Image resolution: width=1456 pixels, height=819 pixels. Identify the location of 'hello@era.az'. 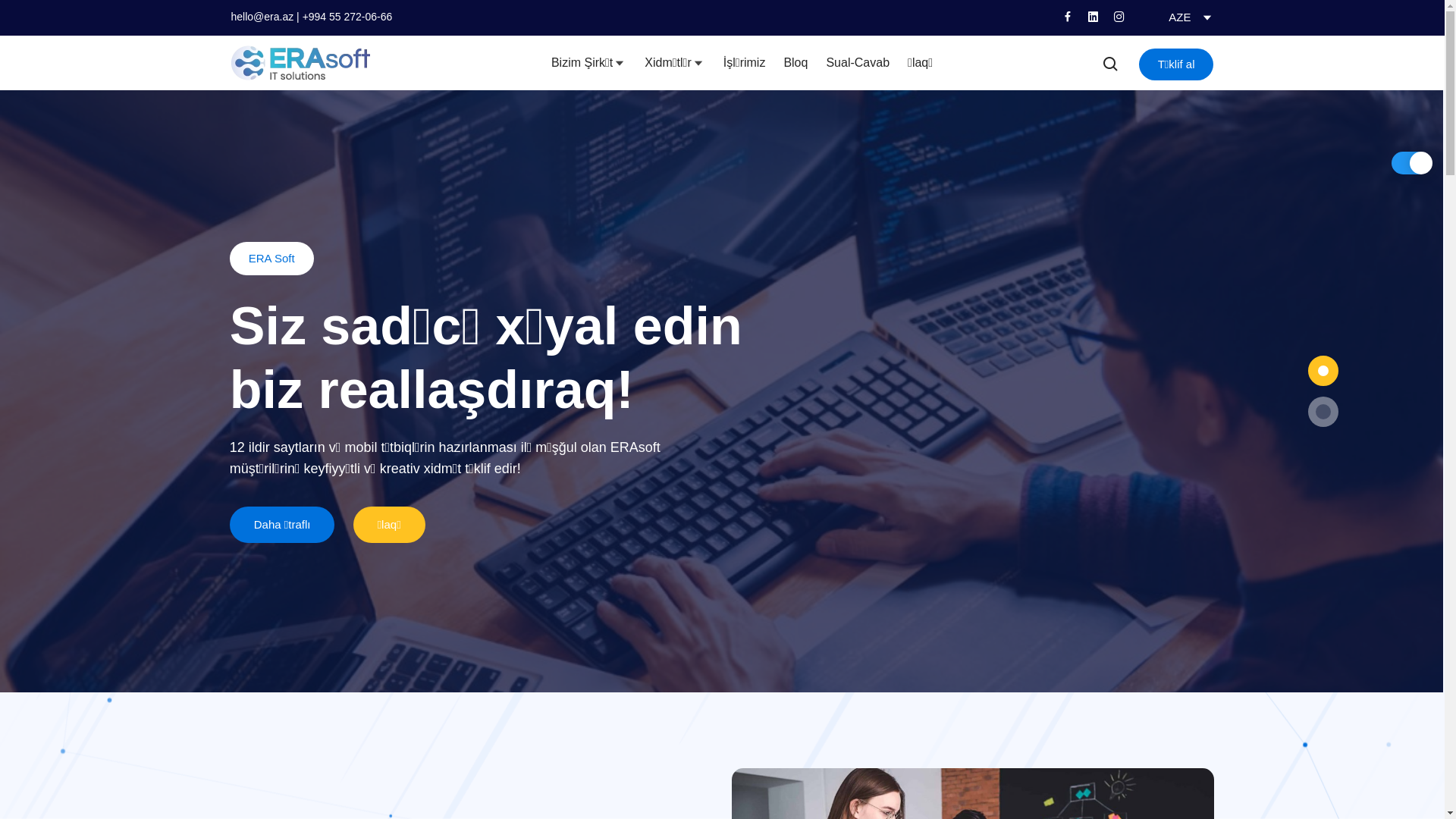
(262, 17).